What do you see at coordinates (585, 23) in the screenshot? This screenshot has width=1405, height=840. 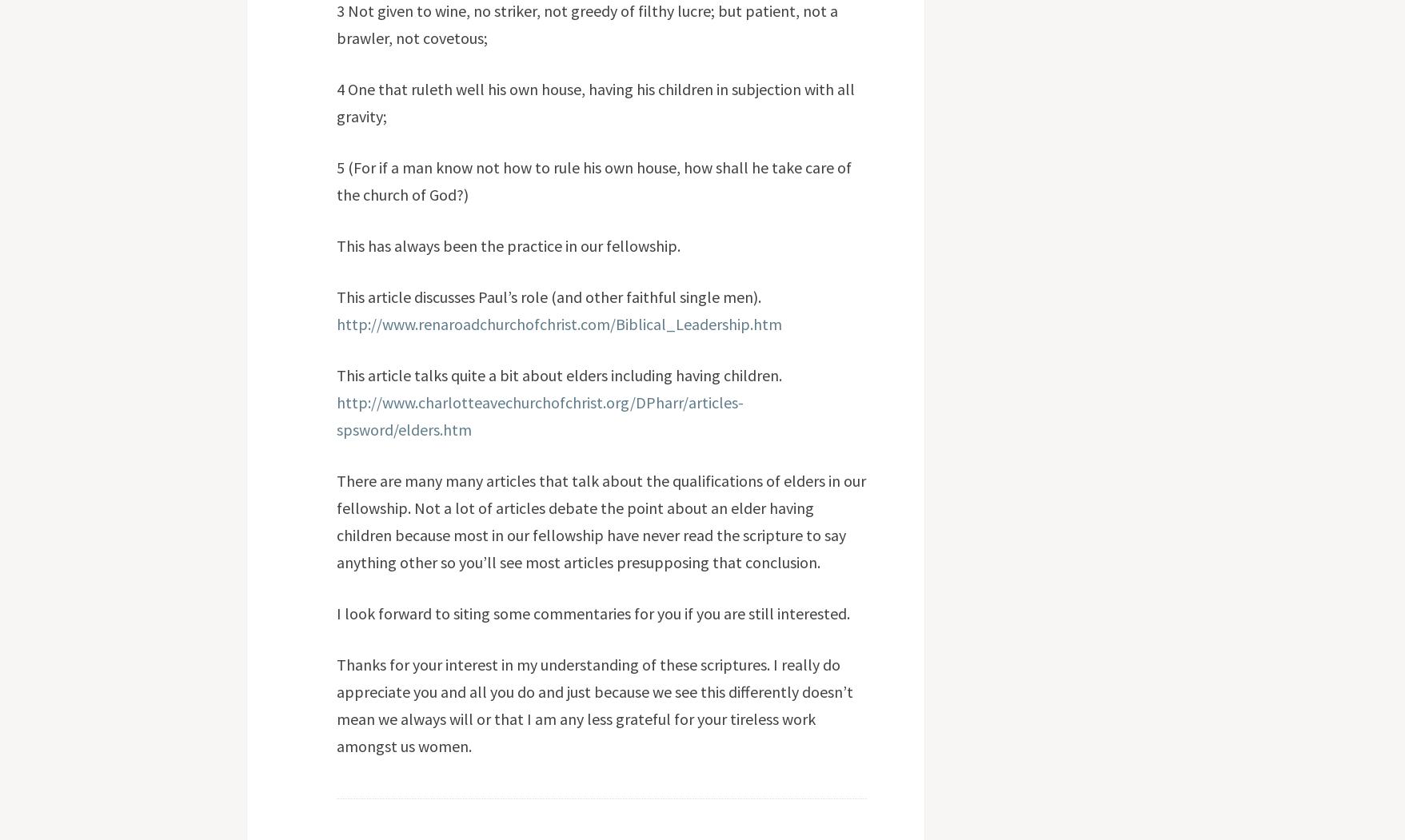 I see `'3 Not given to wine, no striker, not greedy of filthy lucre; but patient, not a brawler, not covetous;'` at bounding box center [585, 23].